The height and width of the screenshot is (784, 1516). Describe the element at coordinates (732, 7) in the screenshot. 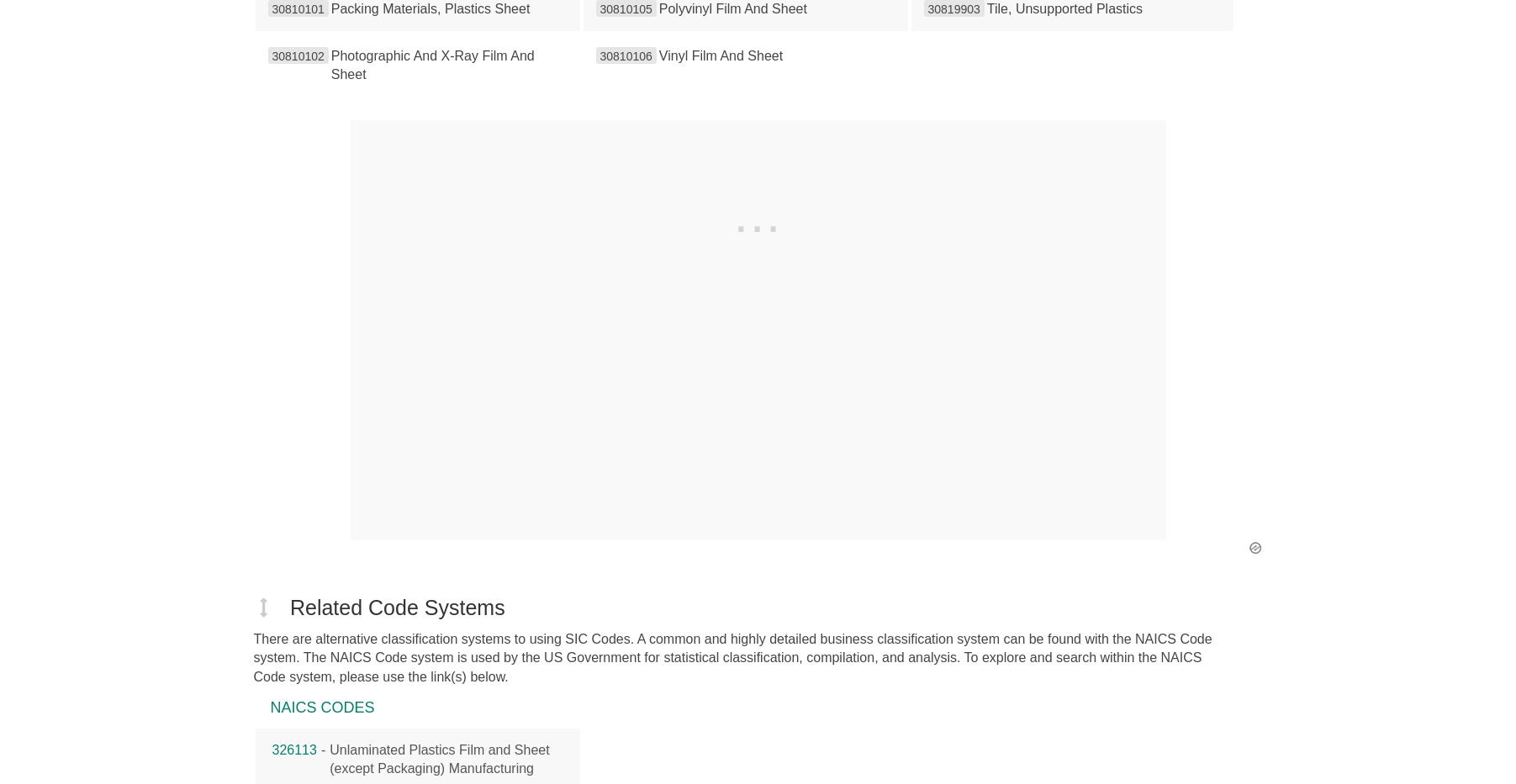

I see `'Polyvinyl Film And Sheet'` at that location.